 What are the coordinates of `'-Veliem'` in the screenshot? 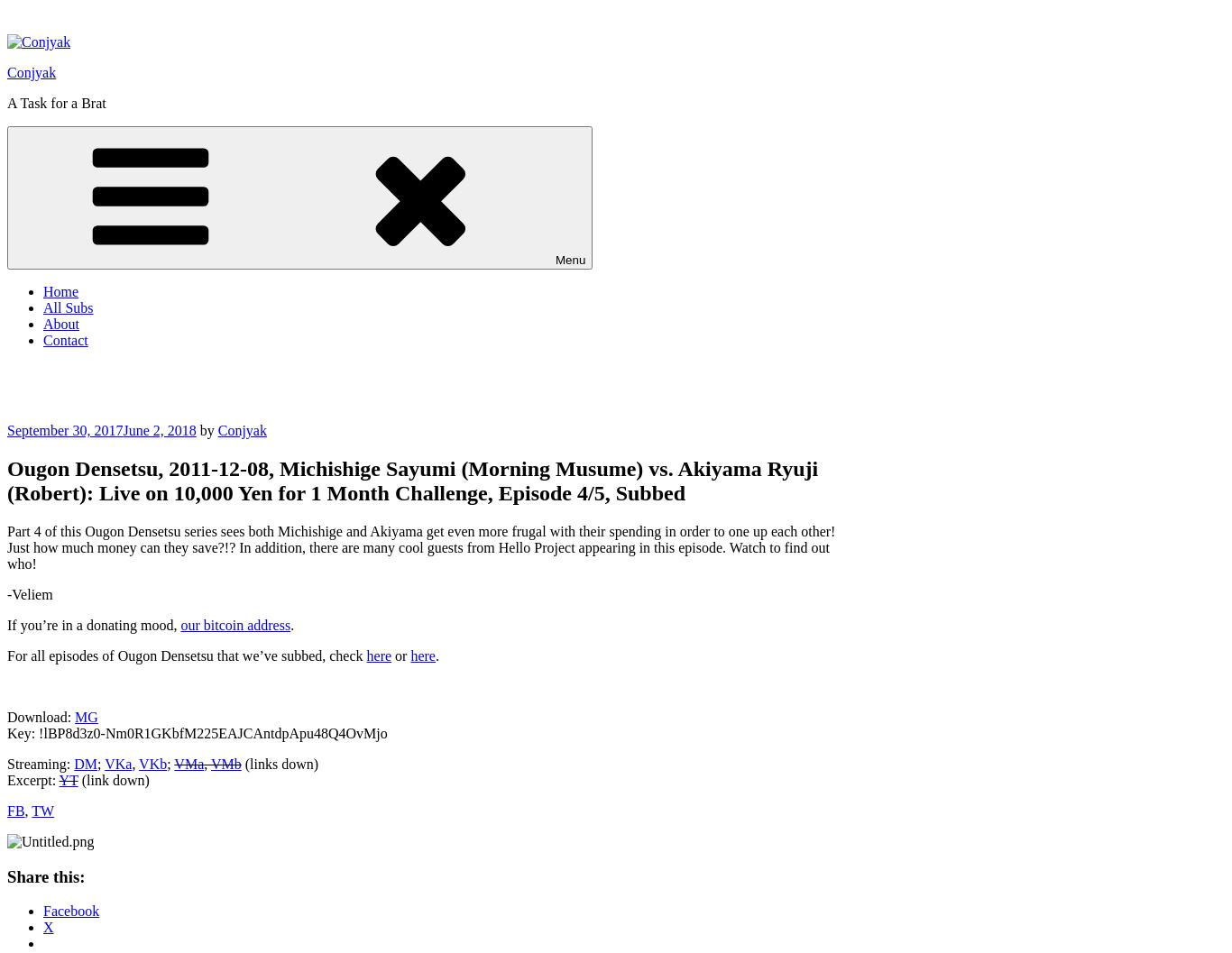 It's located at (30, 593).